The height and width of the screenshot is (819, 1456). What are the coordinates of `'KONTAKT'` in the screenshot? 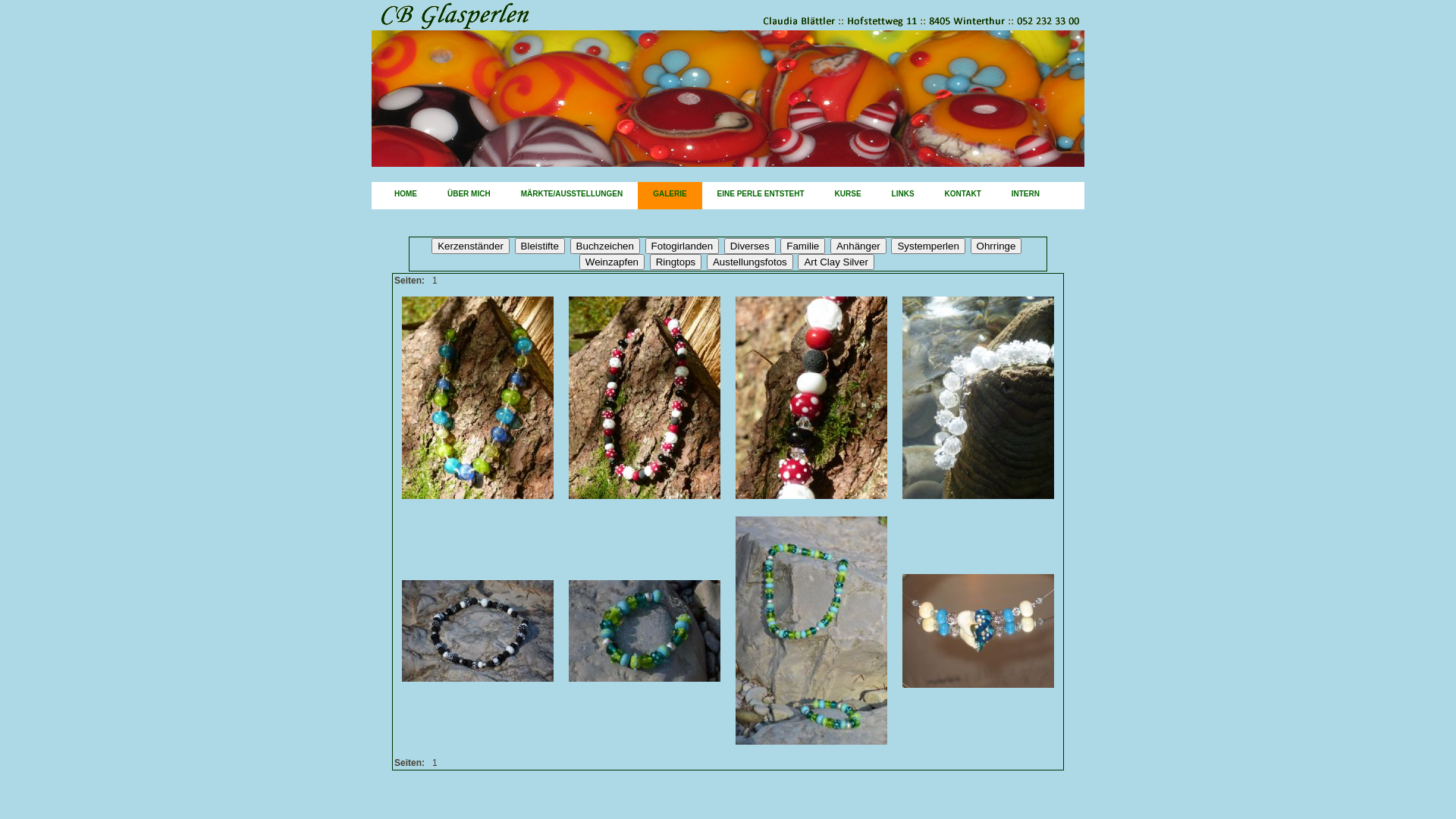 It's located at (928, 195).